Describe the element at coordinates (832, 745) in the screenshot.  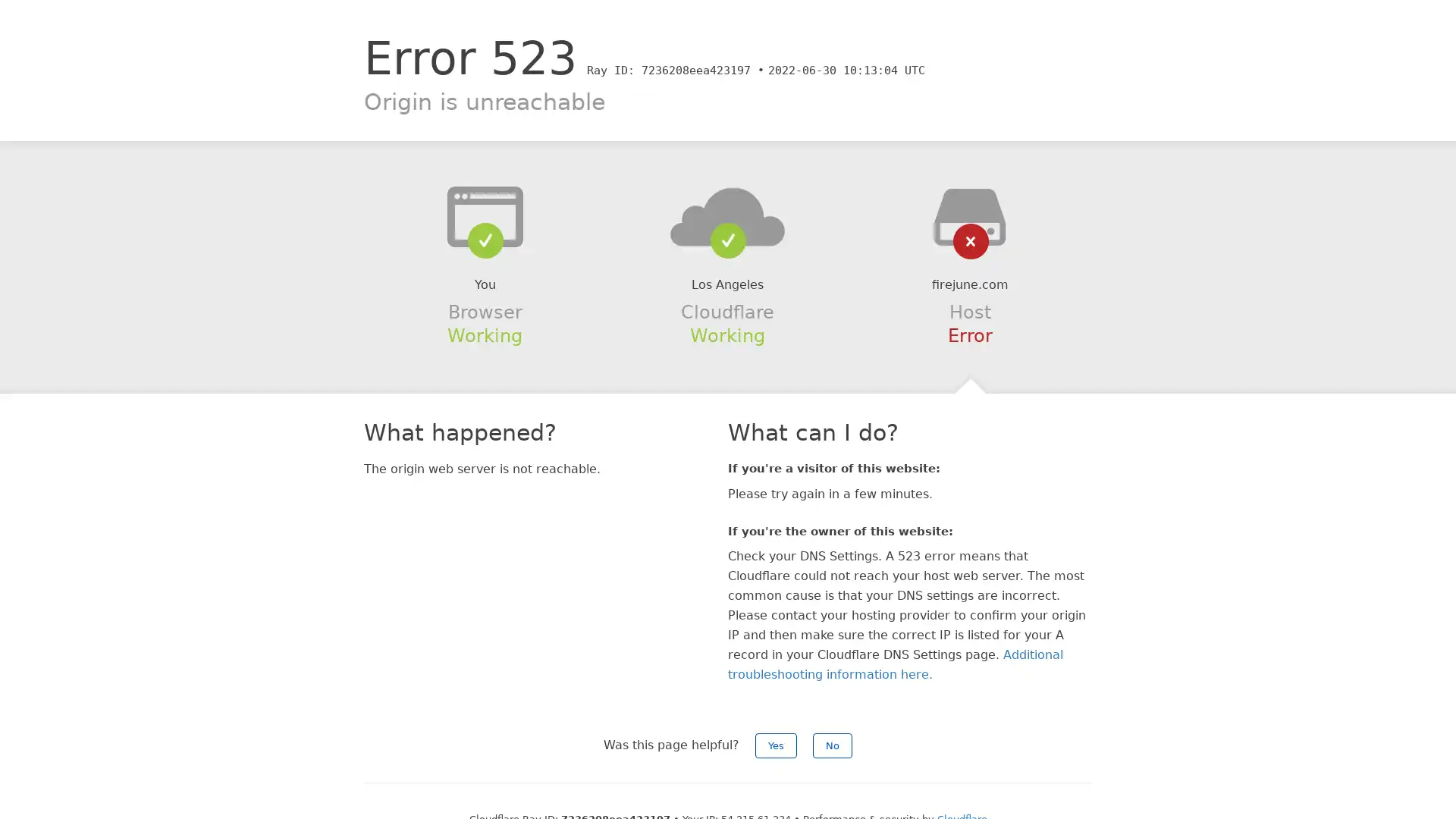
I see `No` at that location.